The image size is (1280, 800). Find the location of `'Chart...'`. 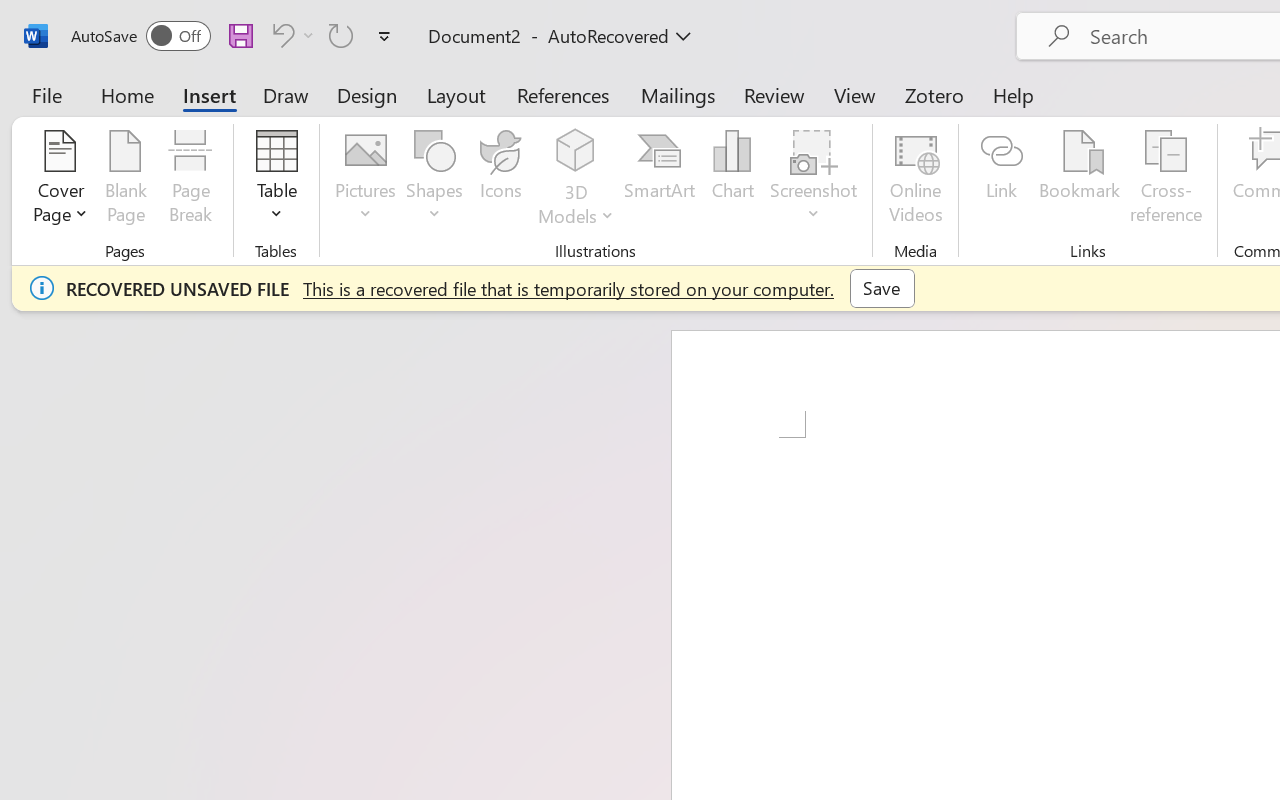

'Chart...' is located at coordinates (731, 179).